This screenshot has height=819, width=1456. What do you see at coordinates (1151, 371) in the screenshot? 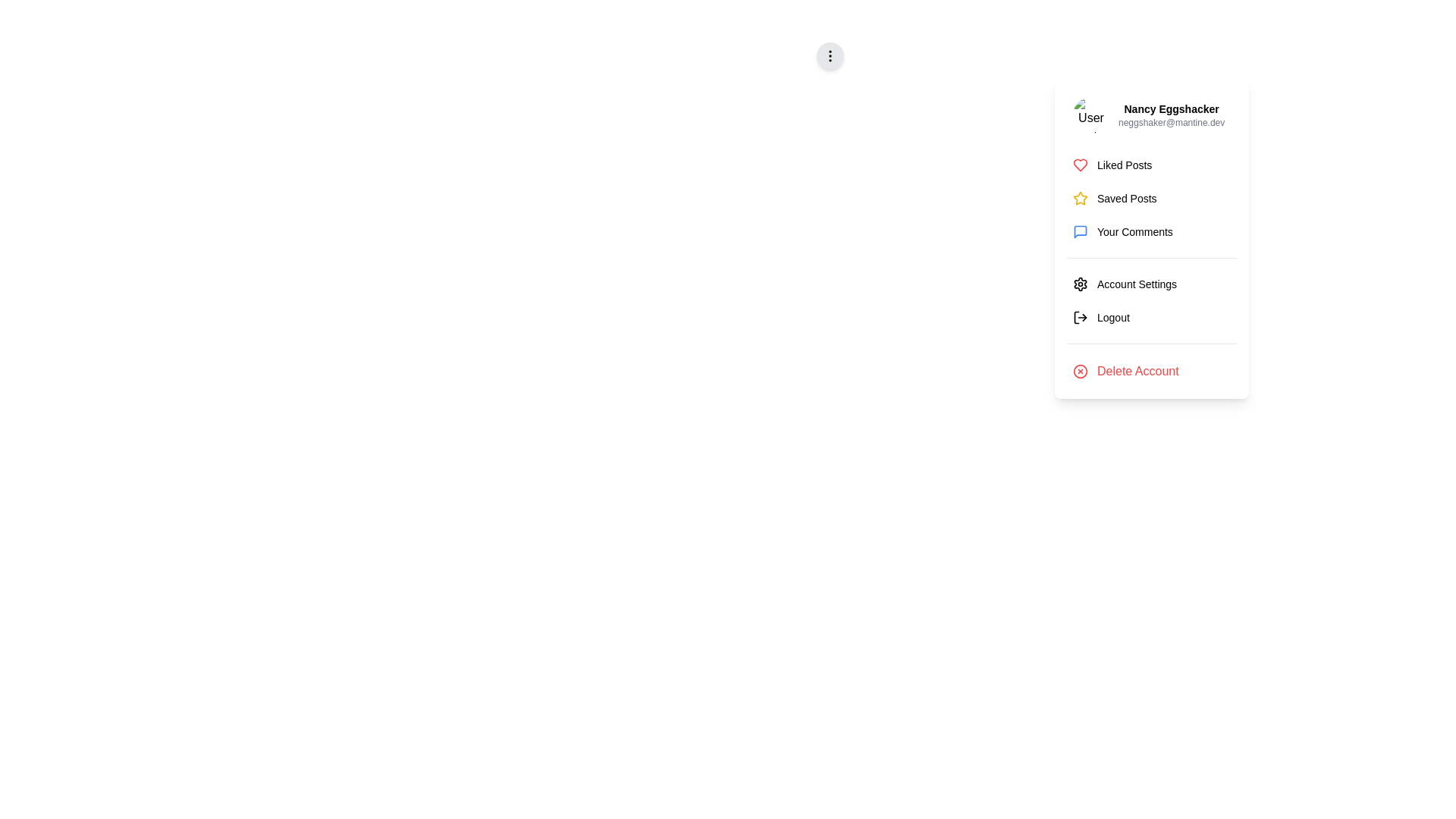
I see `the 'Delete Account' button styled in red at the bottom of the menu to initiate the account deletion process` at bounding box center [1151, 371].